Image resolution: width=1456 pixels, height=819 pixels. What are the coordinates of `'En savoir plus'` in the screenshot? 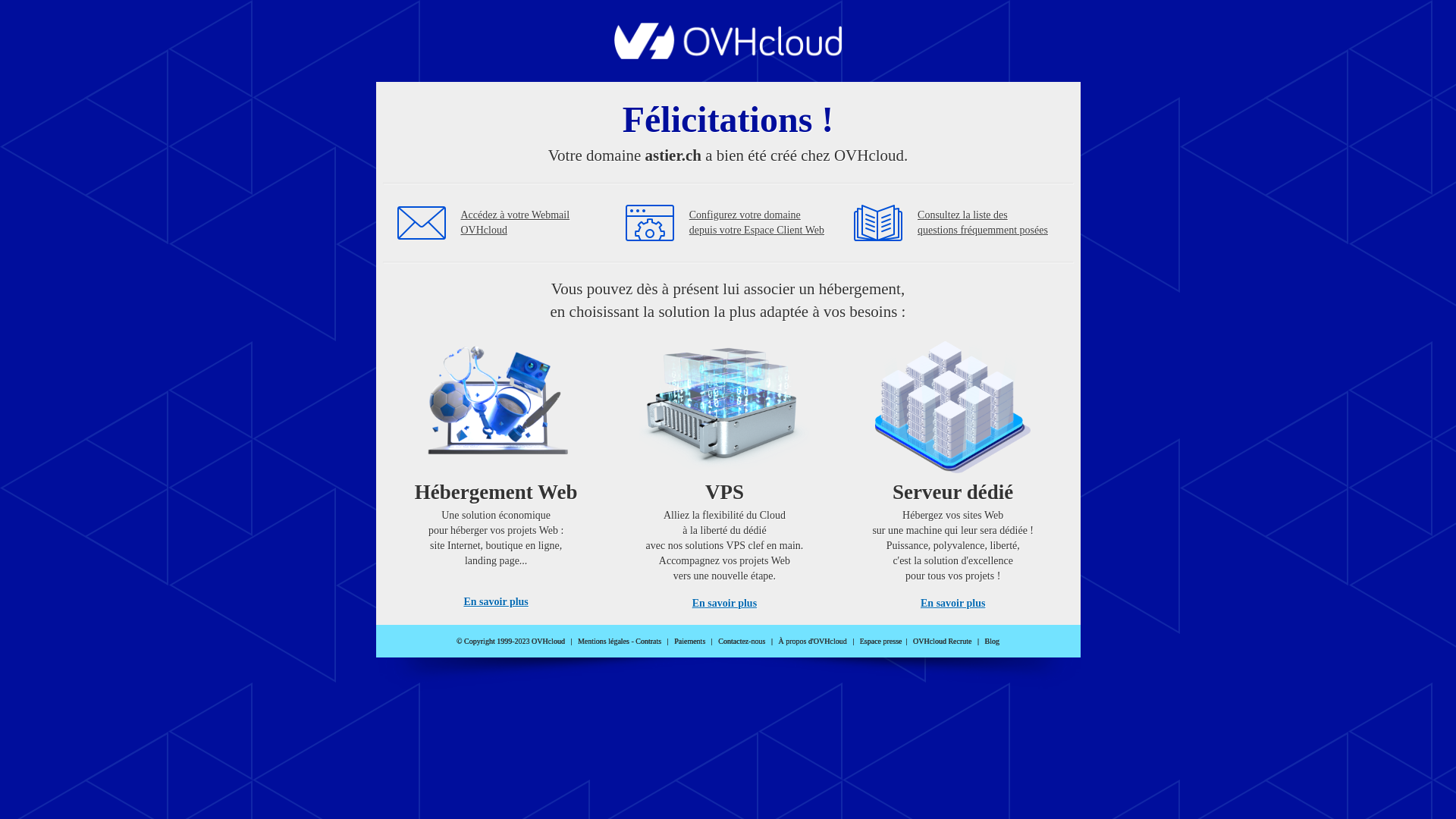 It's located at (952, 602).